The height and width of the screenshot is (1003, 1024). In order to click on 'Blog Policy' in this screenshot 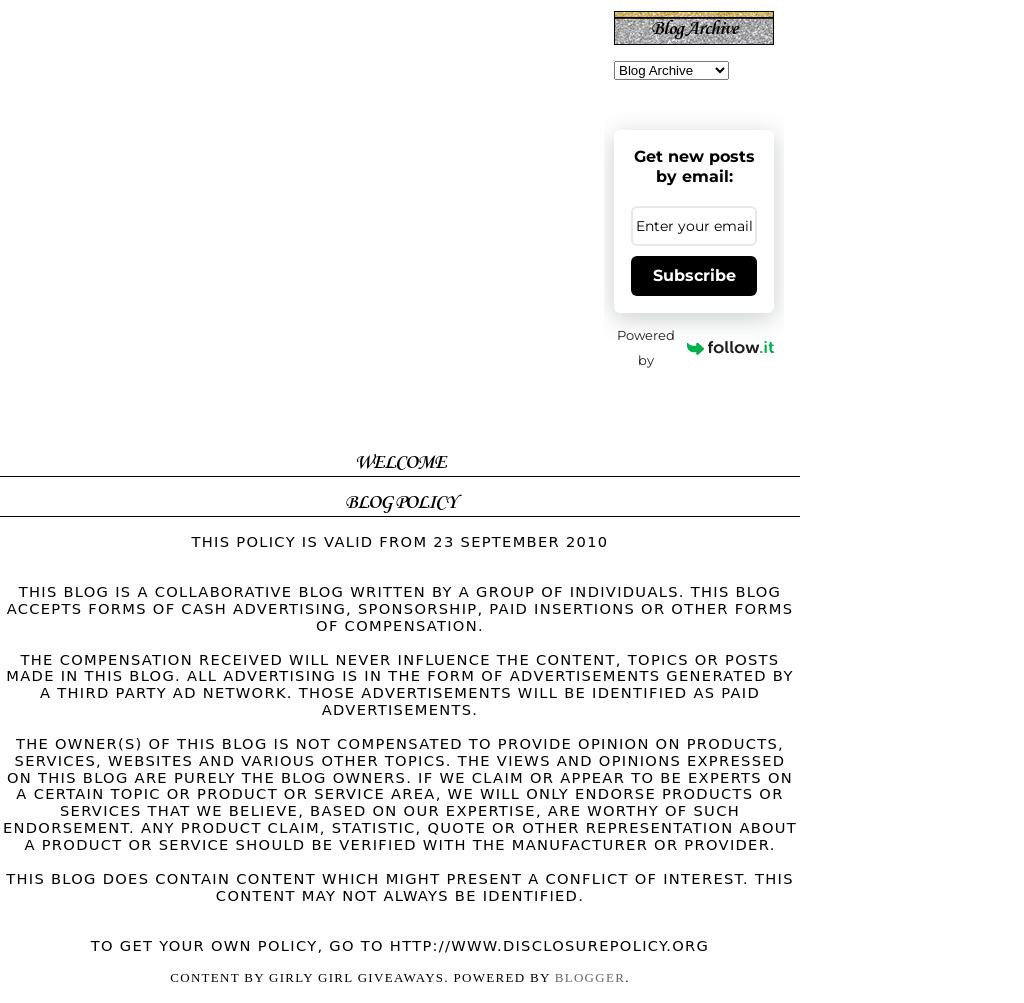, I will do `click(398, 502)`.